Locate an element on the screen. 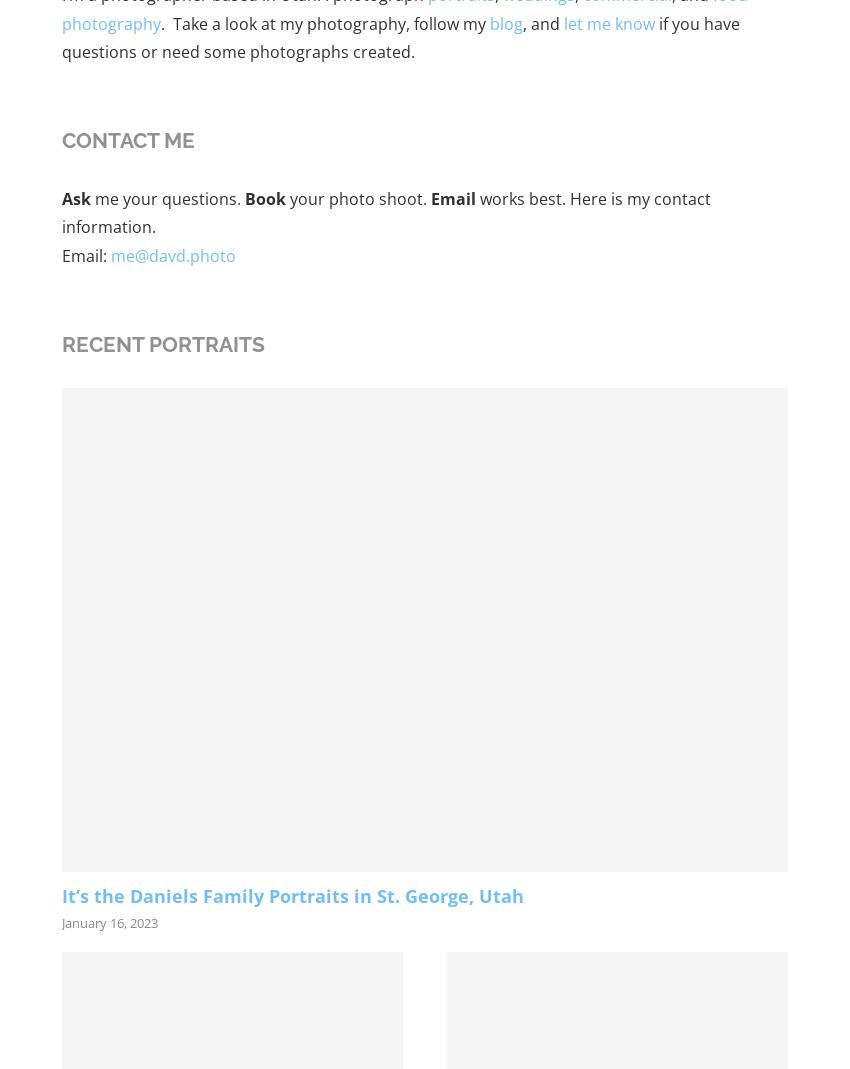  'me@davd.photo' is located at coordinates (172, 255).